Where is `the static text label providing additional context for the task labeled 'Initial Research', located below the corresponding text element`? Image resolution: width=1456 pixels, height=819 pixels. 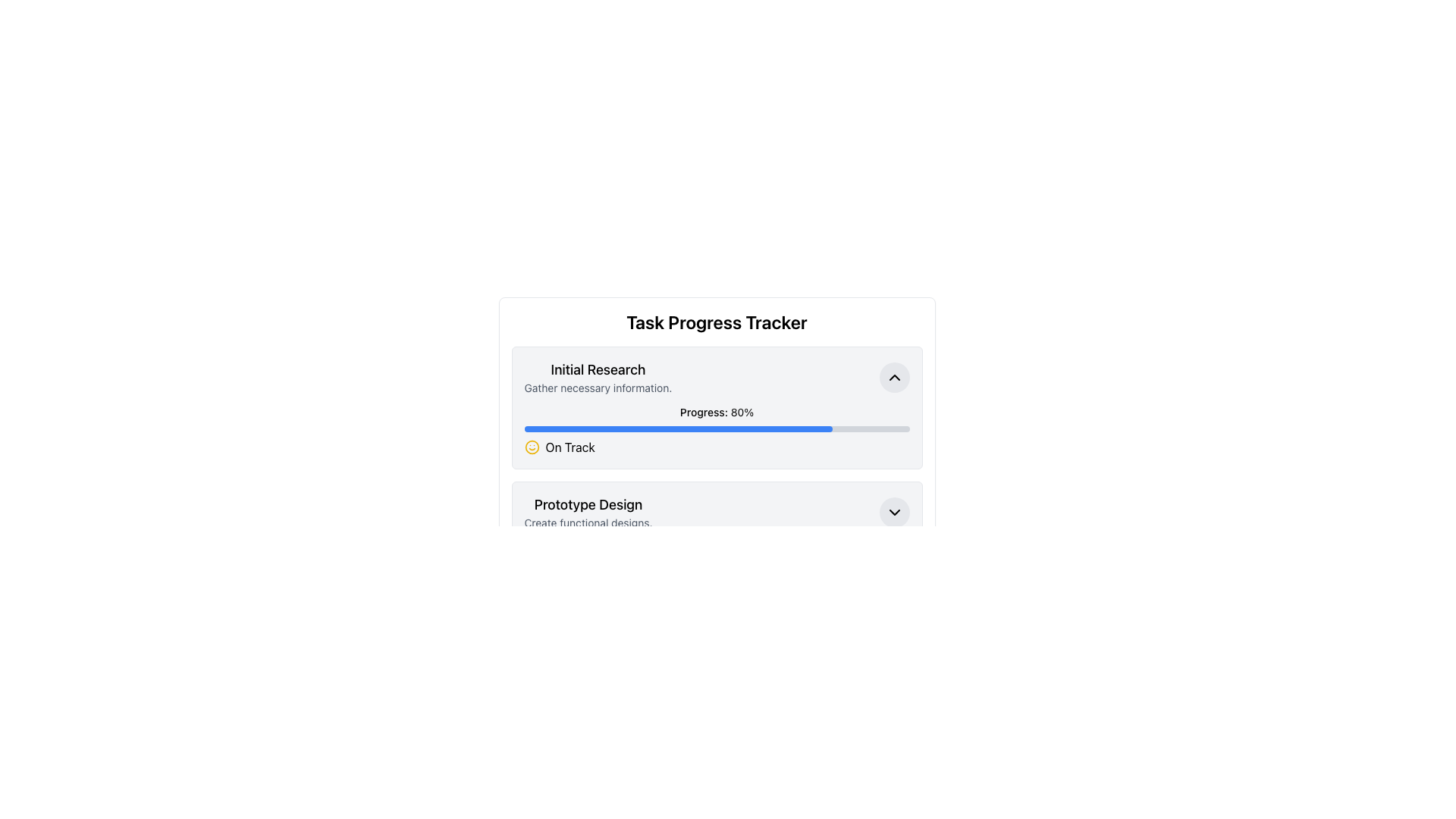
the static text label providing additional context for the task labeled 'Initial Research', located below the corresponding text element is located at coordinates (597, 388).